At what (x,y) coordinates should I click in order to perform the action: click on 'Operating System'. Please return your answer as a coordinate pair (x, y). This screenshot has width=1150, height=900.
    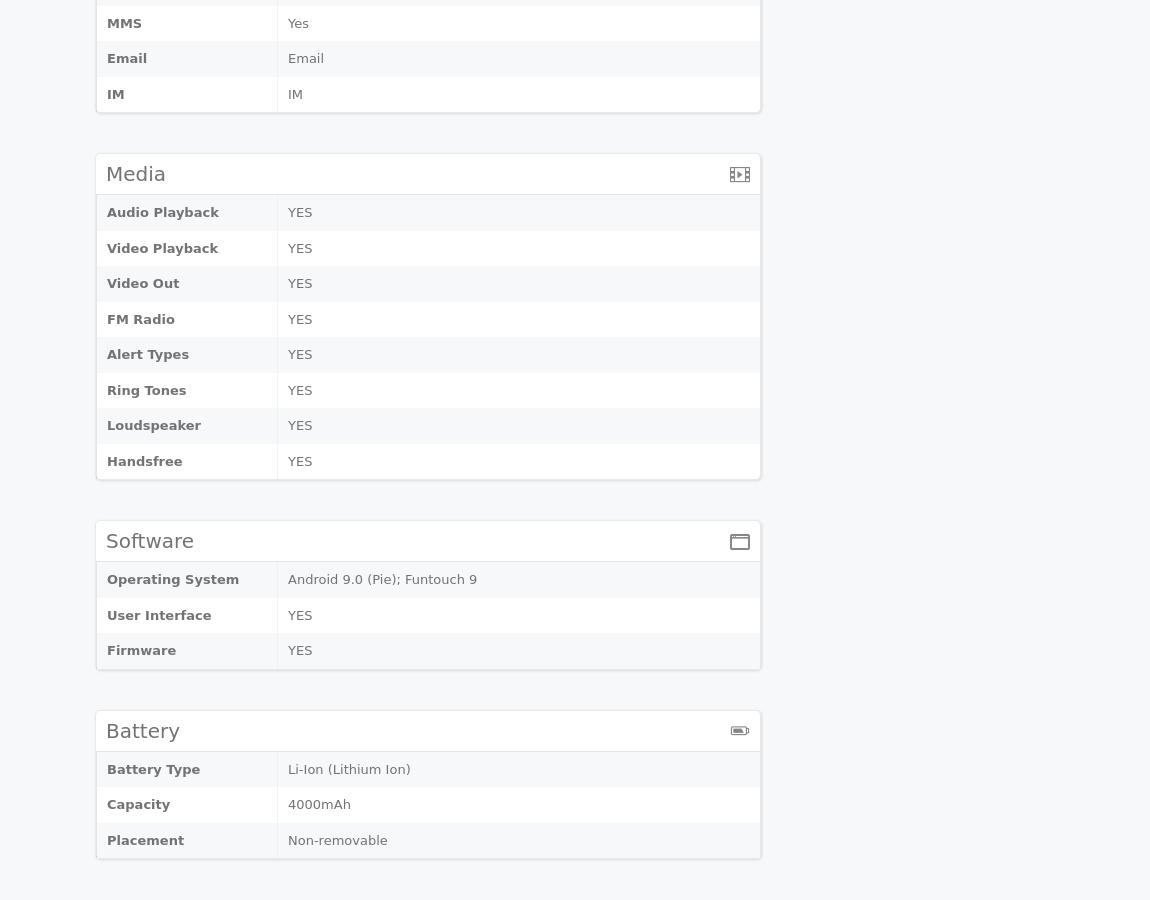
    Looking at the image, I should click on (171, 579).